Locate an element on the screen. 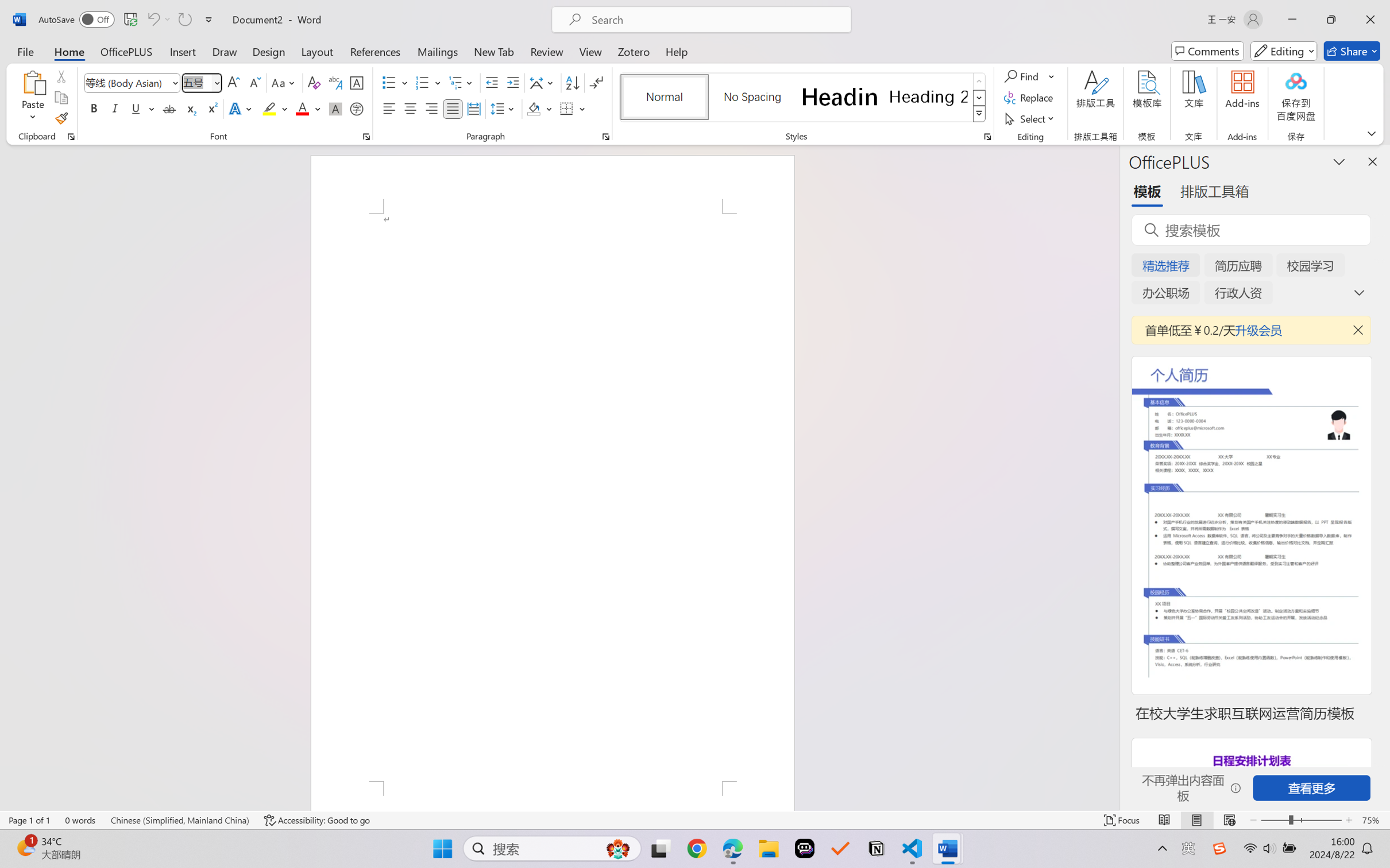  'Borders' is located at coordinates (567, 108).